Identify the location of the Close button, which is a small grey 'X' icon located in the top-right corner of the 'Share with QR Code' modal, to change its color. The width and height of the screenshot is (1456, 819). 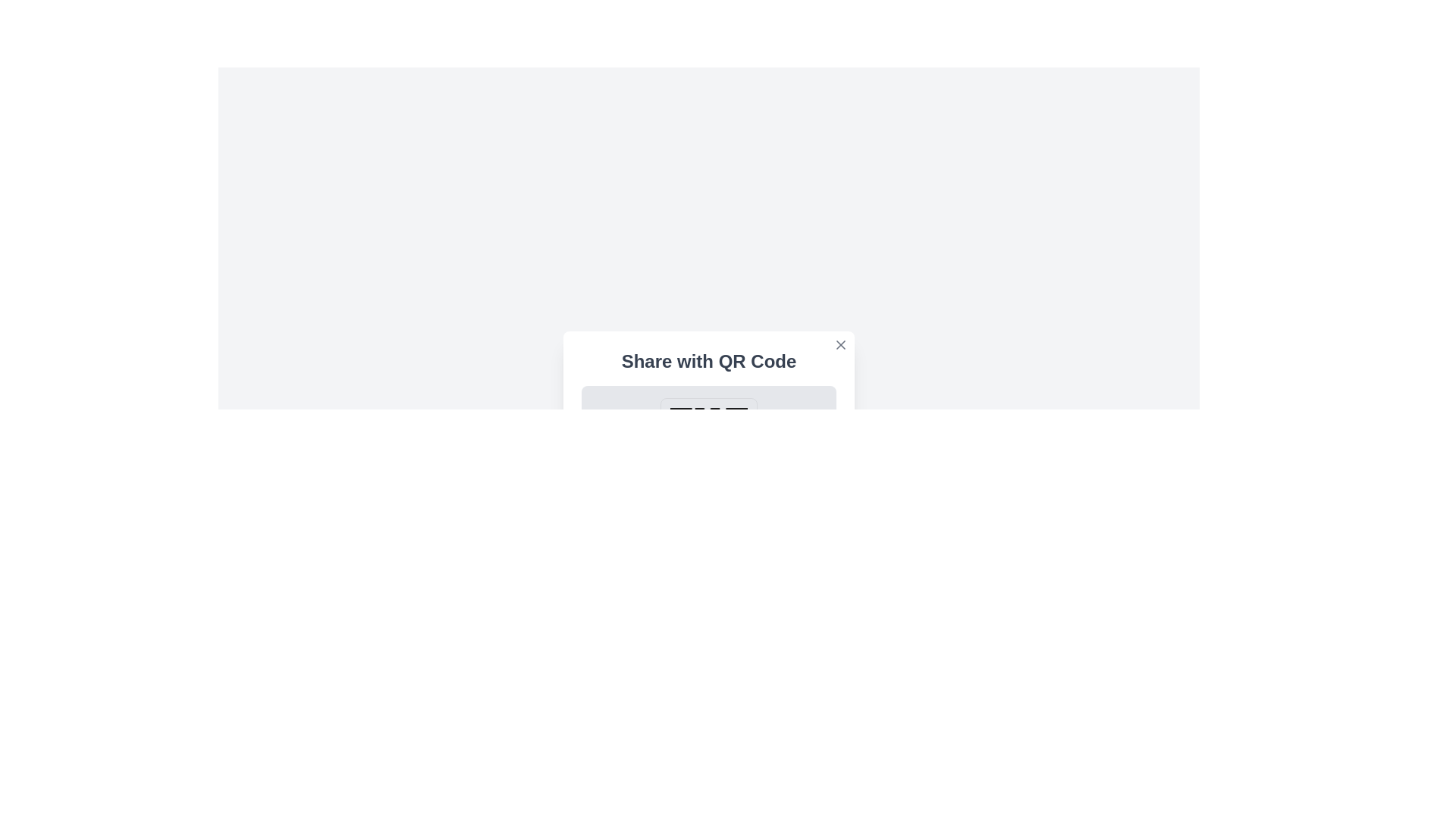
(839, 345).